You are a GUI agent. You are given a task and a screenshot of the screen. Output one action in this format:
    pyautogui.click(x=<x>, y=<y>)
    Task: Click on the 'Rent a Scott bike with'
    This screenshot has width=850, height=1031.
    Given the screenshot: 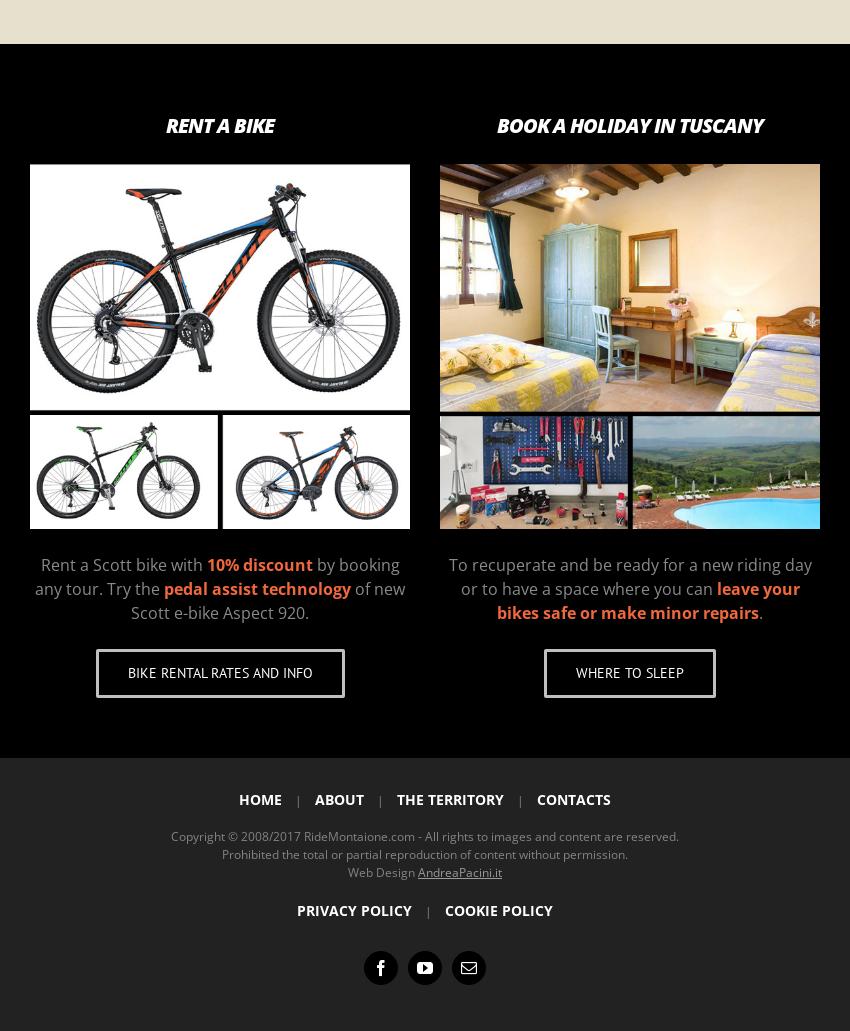 What is the action you would take?
    pyautogui.click(x=121, y=562)
    